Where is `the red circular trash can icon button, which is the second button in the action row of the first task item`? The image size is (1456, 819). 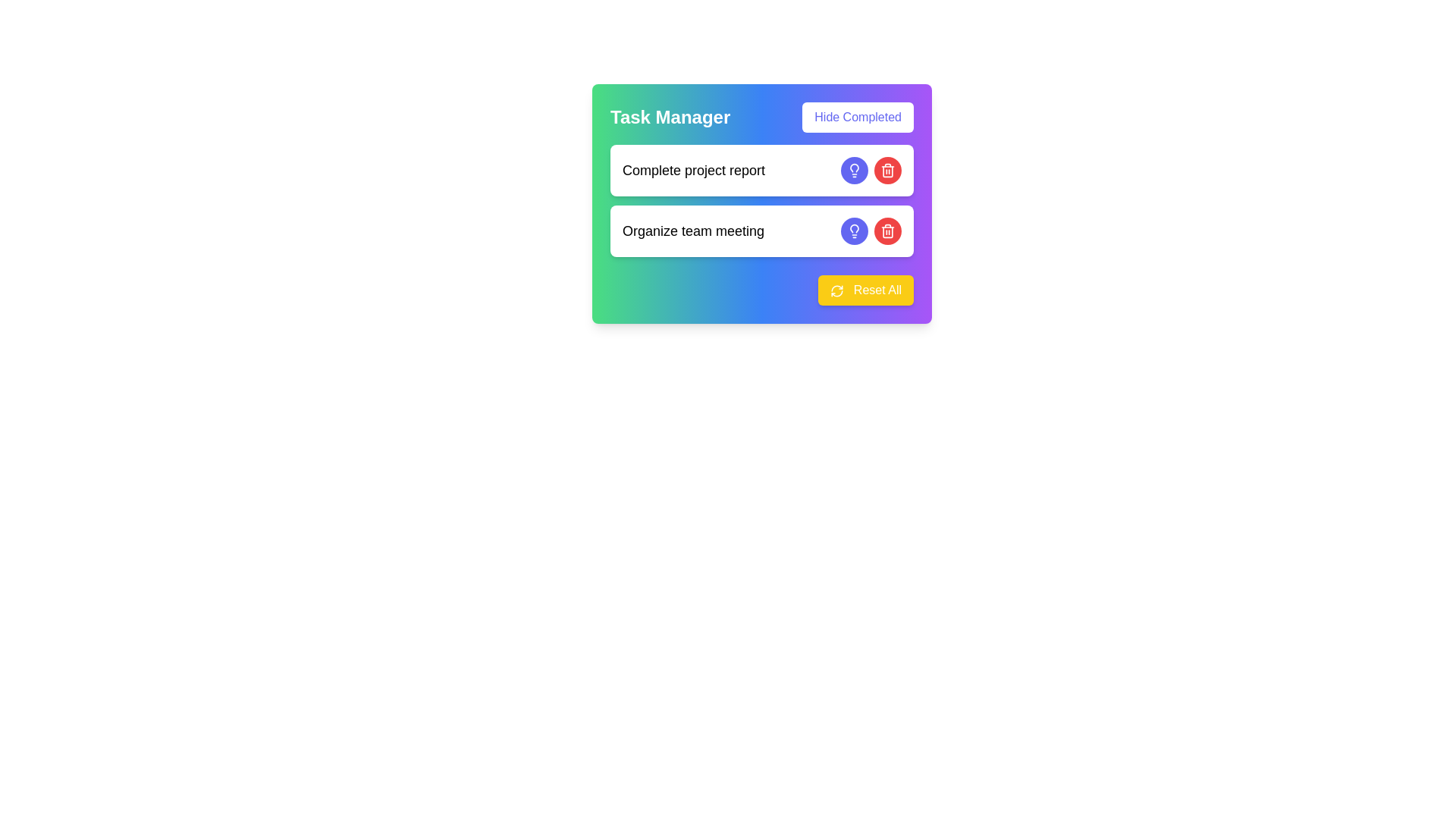 the red circular trash can icon button, which is the second button in the action row of the first task item is located at coordinates (888, 231).